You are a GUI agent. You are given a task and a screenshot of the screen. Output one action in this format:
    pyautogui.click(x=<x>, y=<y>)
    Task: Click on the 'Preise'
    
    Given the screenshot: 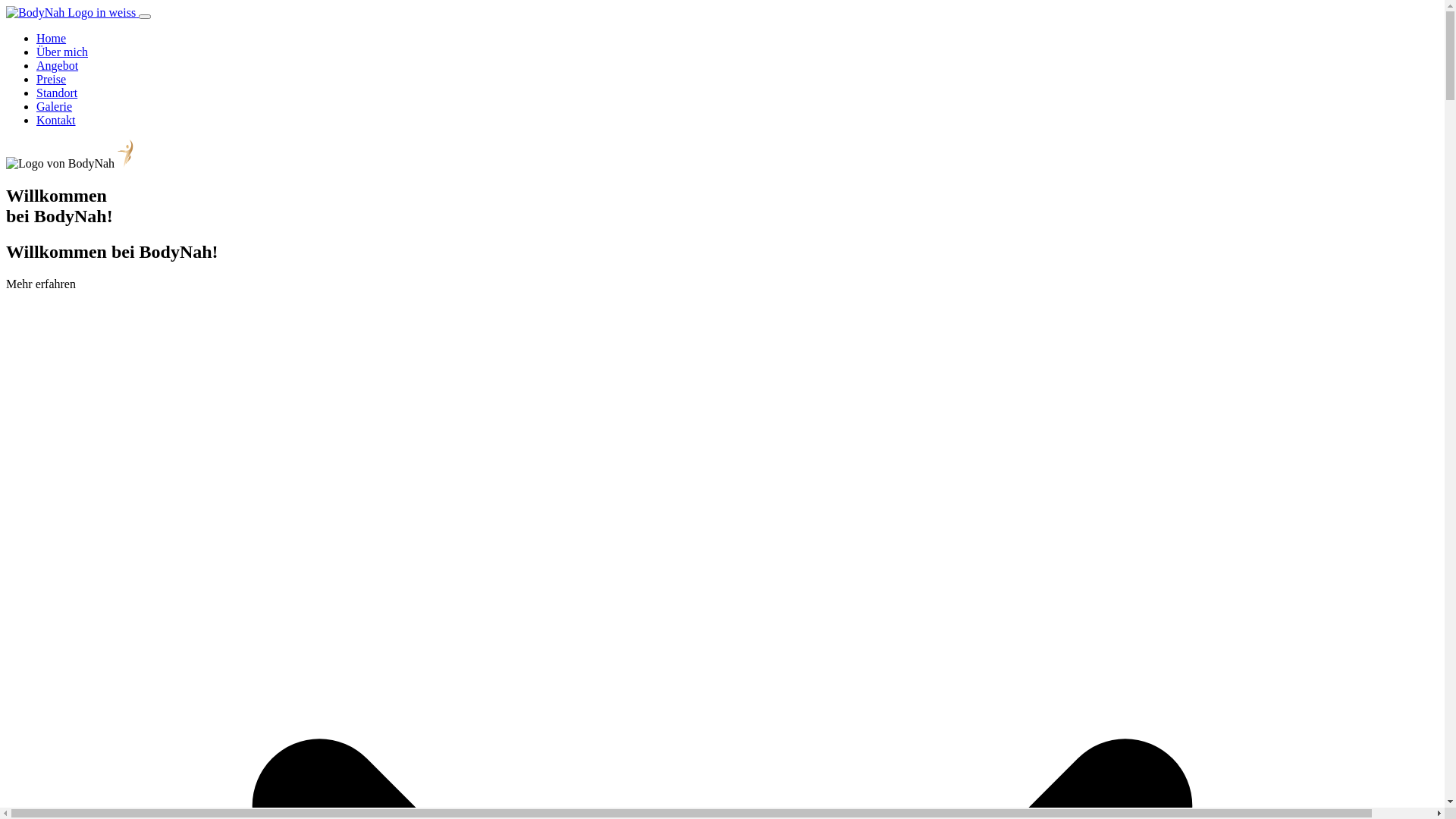 What is the action you would take?
    pyautogui.click(x=51, y=79)
    